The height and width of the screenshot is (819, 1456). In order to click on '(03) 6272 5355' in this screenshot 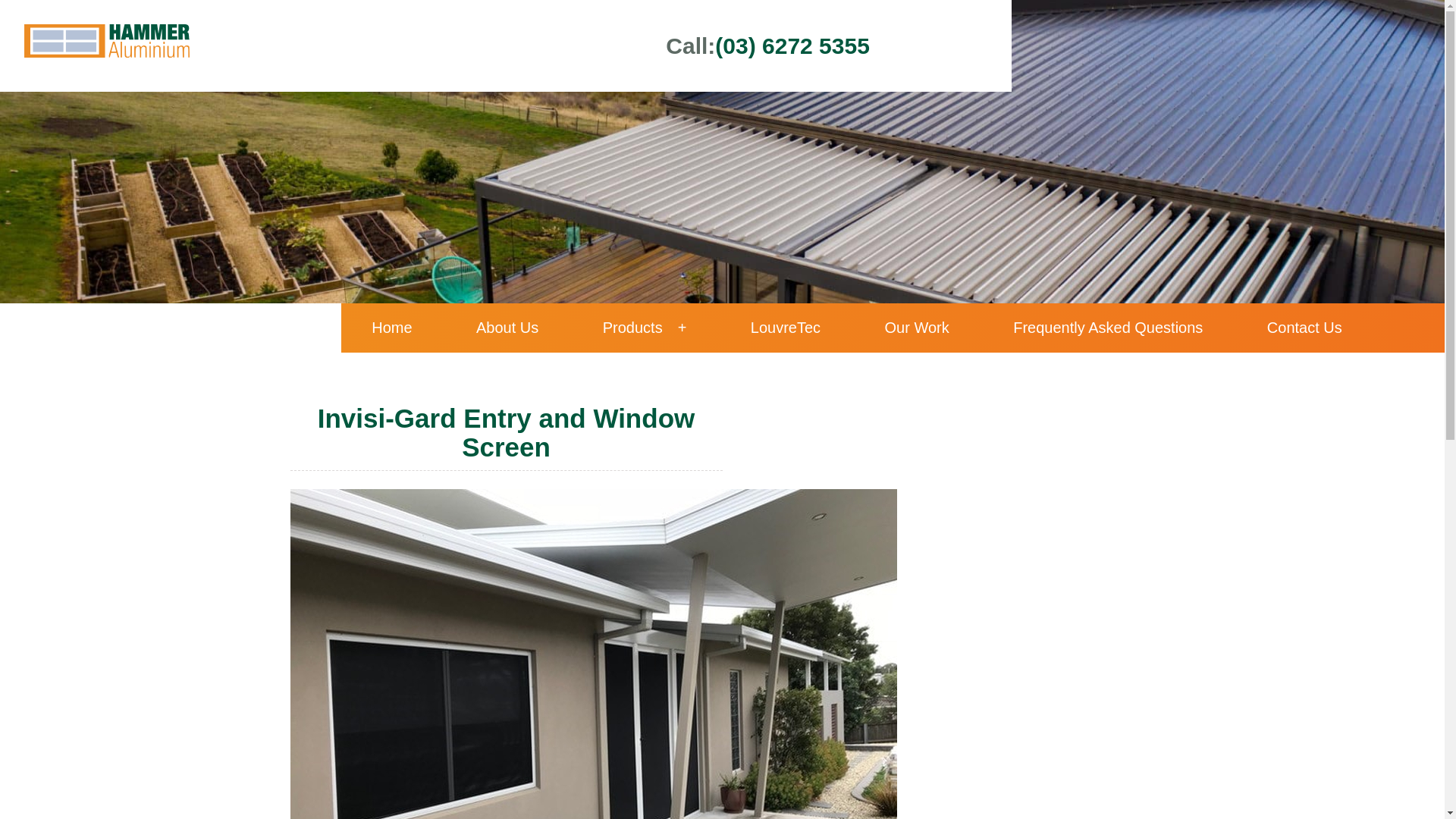, I will do `click(792, 45)`.